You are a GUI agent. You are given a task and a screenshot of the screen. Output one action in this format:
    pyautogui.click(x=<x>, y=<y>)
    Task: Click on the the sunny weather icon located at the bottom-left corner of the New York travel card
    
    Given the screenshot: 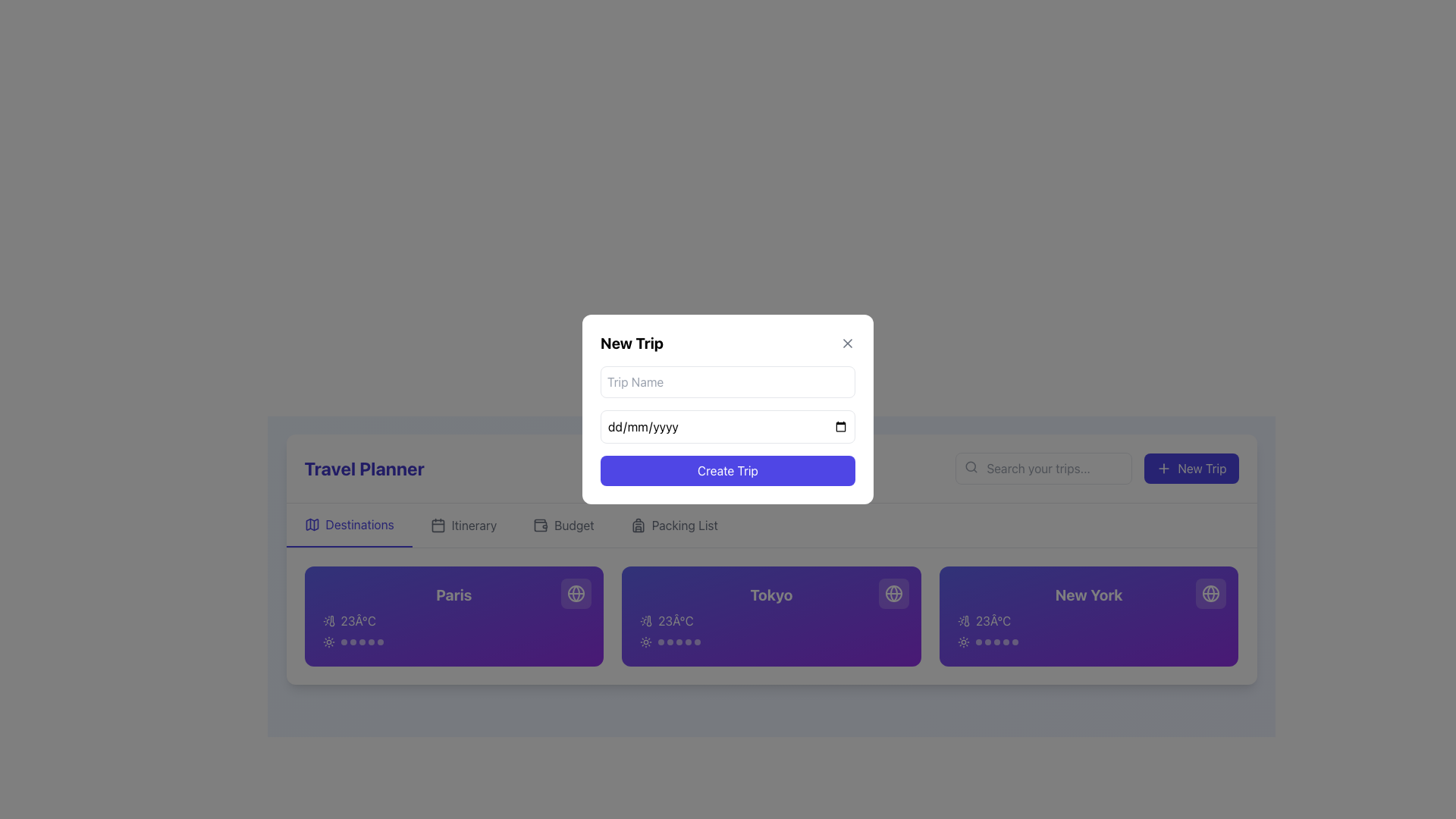 What is the action you would take?
    pyautogui.click(x=962, y=642)
    